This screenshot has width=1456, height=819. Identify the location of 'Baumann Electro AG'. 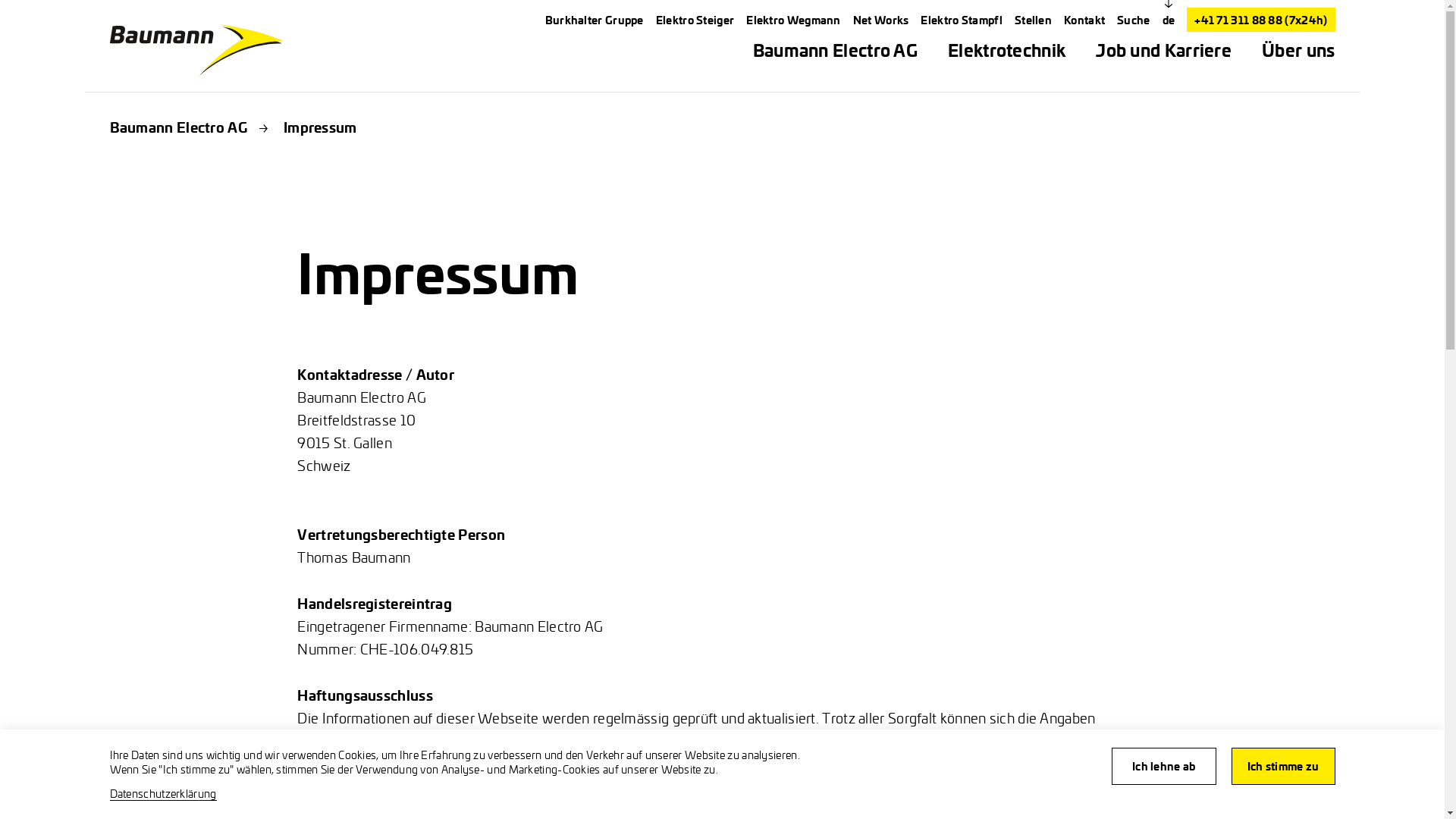
(177, 126).